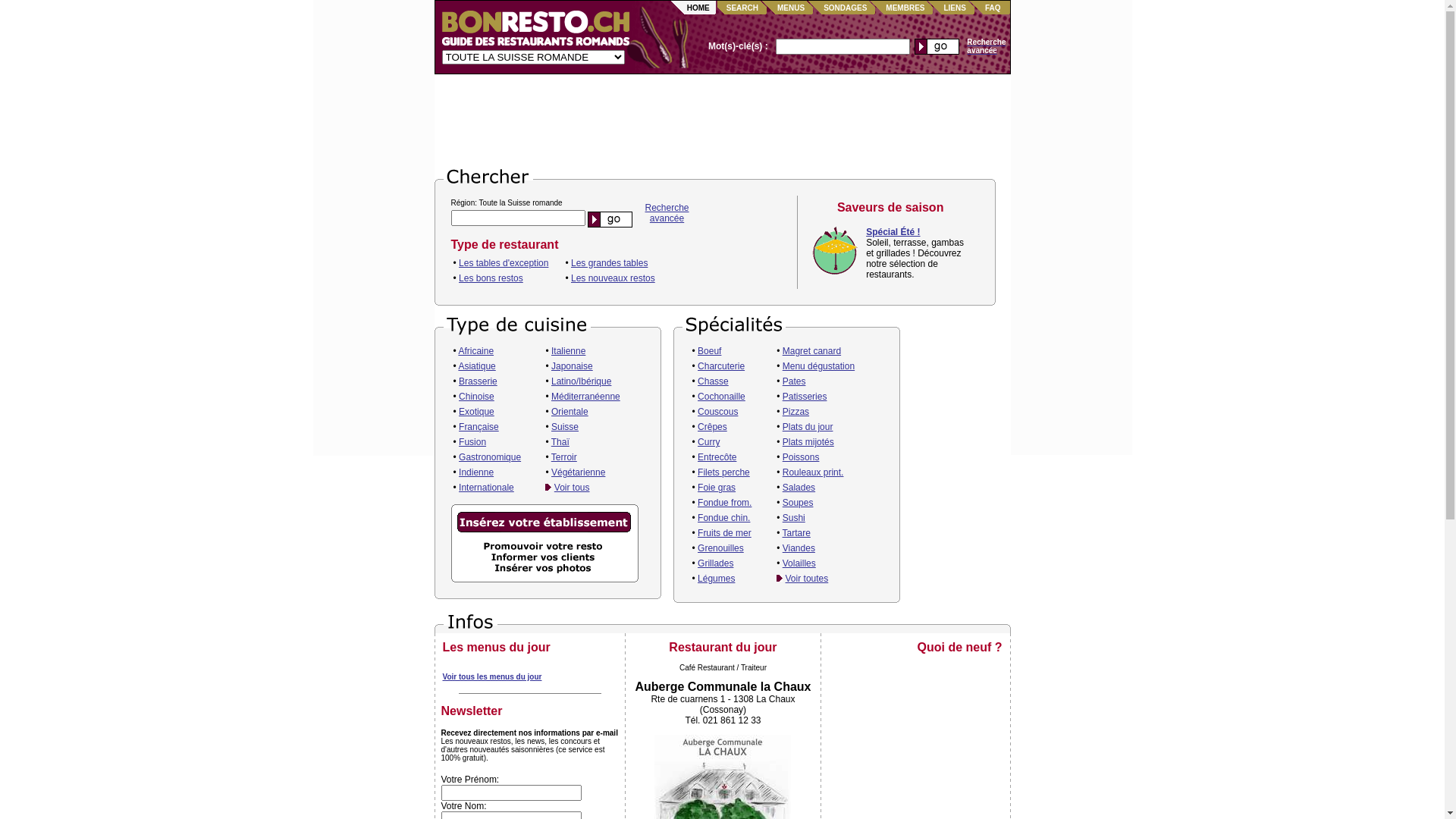 The width and height of the screenshot is (1456, 819). I want to click on 'Filets perche', so click(723, 472).